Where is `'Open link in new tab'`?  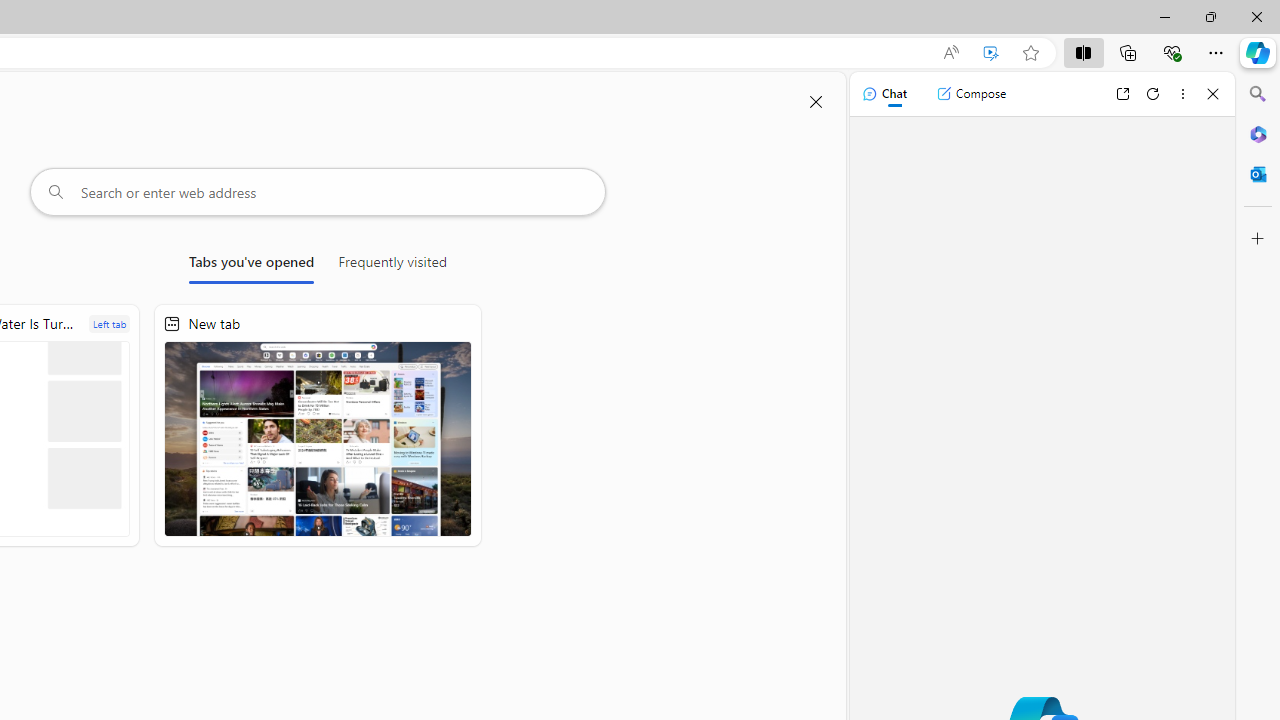 'Open link in new tab' is located at coordinates (1122, 93).